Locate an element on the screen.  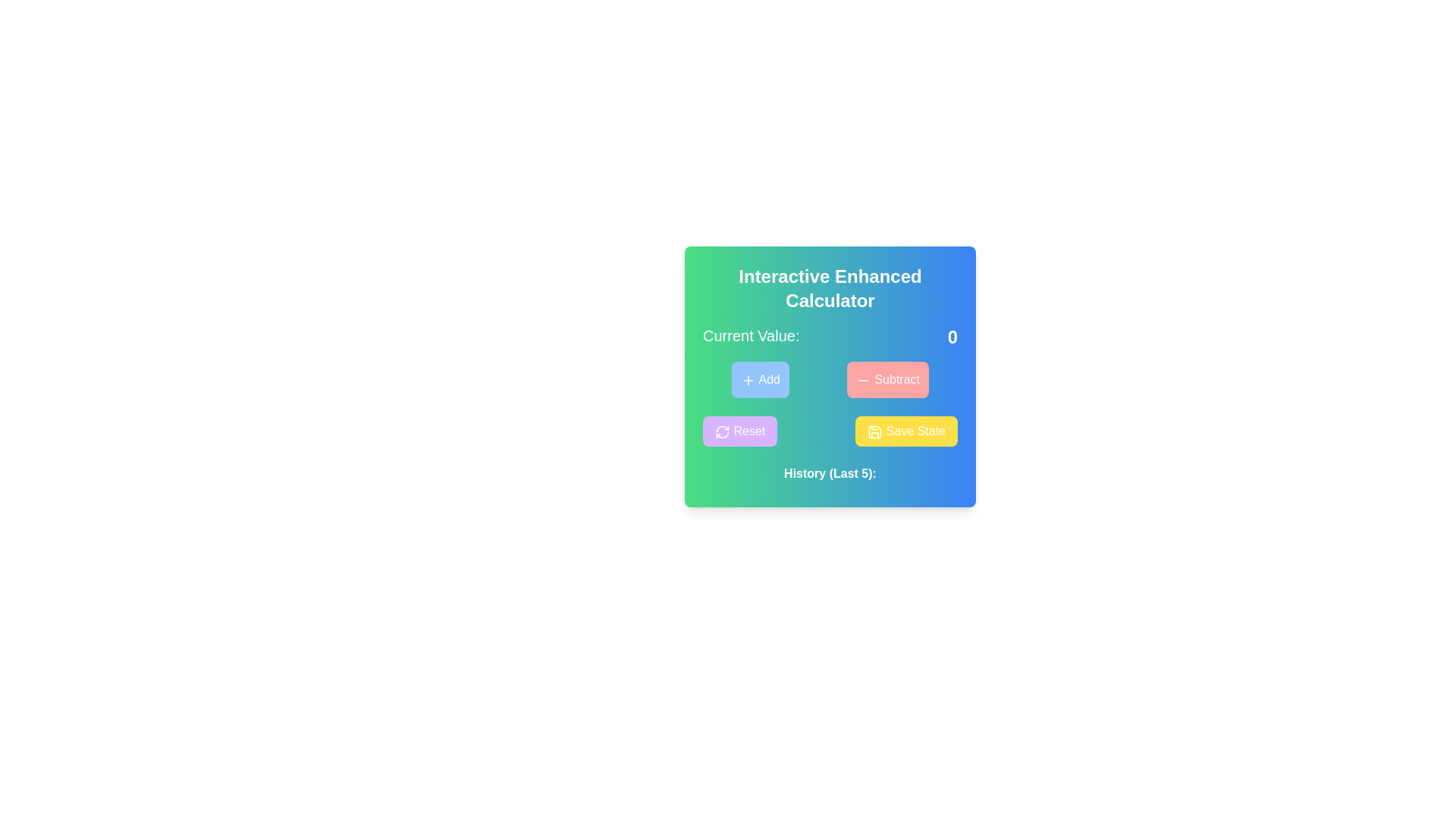
the 'Reset' button located in the bottom-left section of the interface to reset the current value to its initial state is located at coordinates (740, 431).